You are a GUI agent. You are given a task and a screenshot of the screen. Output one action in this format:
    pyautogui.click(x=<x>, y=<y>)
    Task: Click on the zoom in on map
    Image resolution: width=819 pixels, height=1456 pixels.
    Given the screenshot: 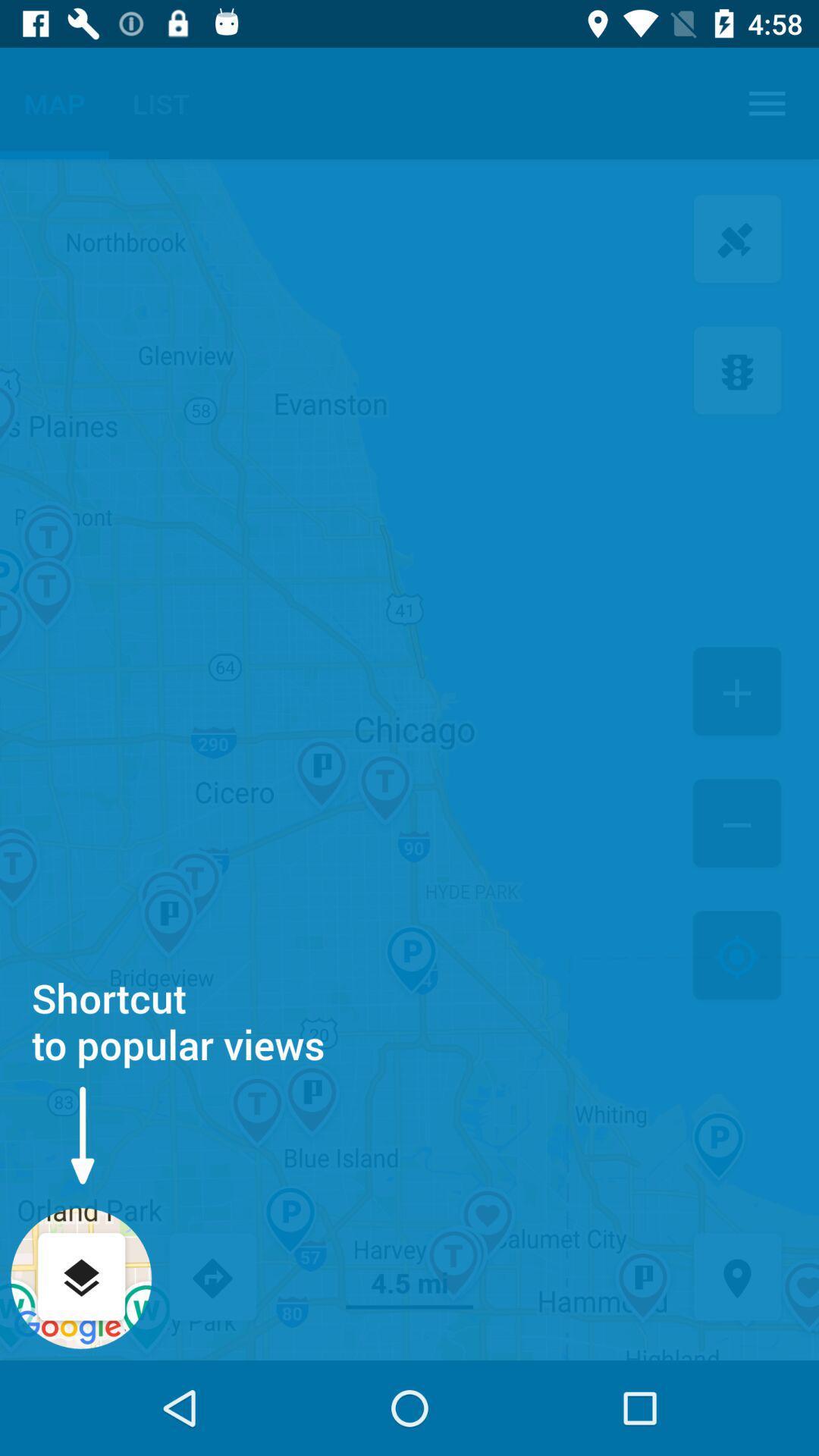 What is the action you would take?
    pyautogui.click(x=736, y=692)
    